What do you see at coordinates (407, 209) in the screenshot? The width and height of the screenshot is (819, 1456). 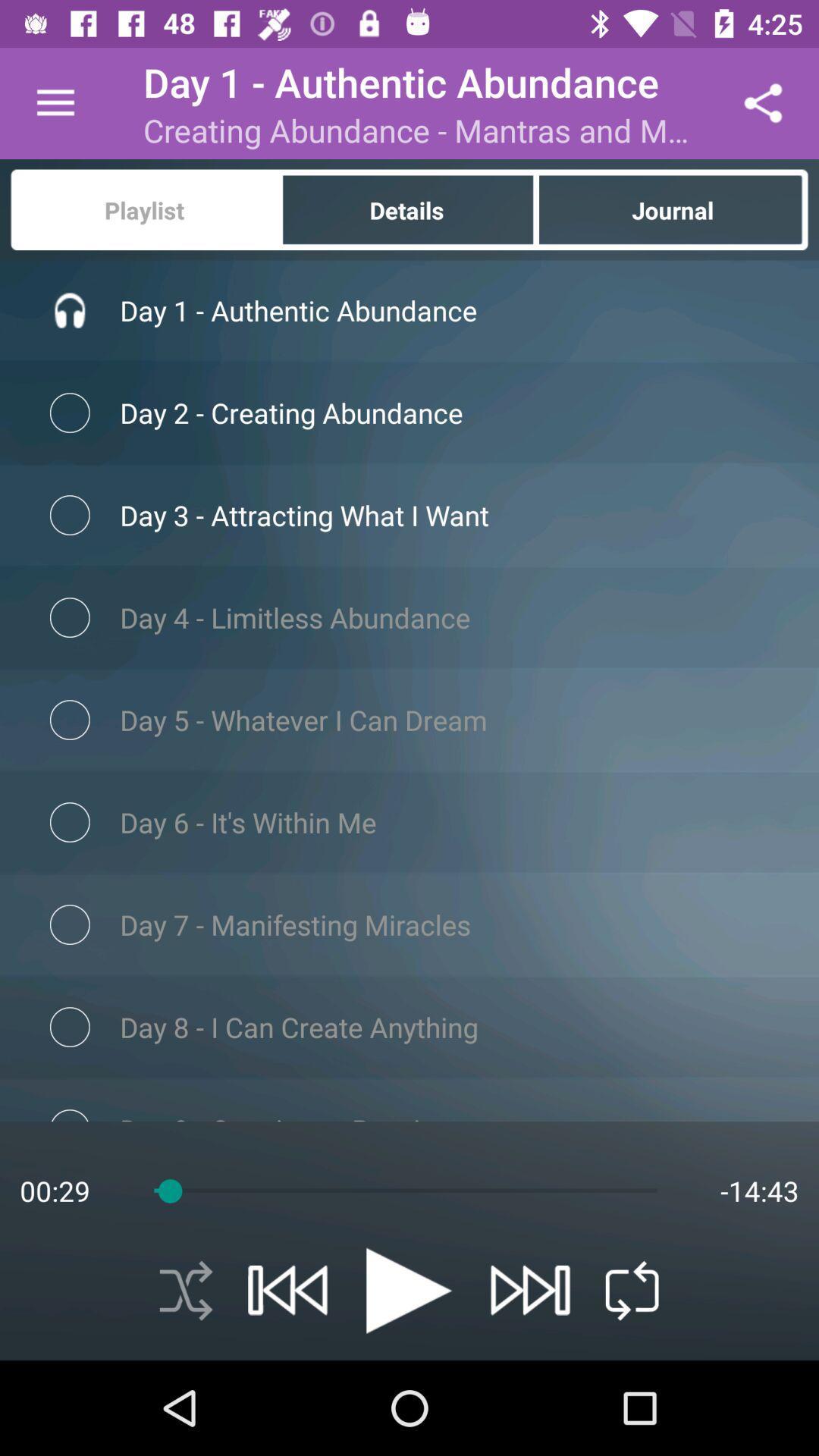 I see `item next to playlist icon` at bounding box center [407, 209].